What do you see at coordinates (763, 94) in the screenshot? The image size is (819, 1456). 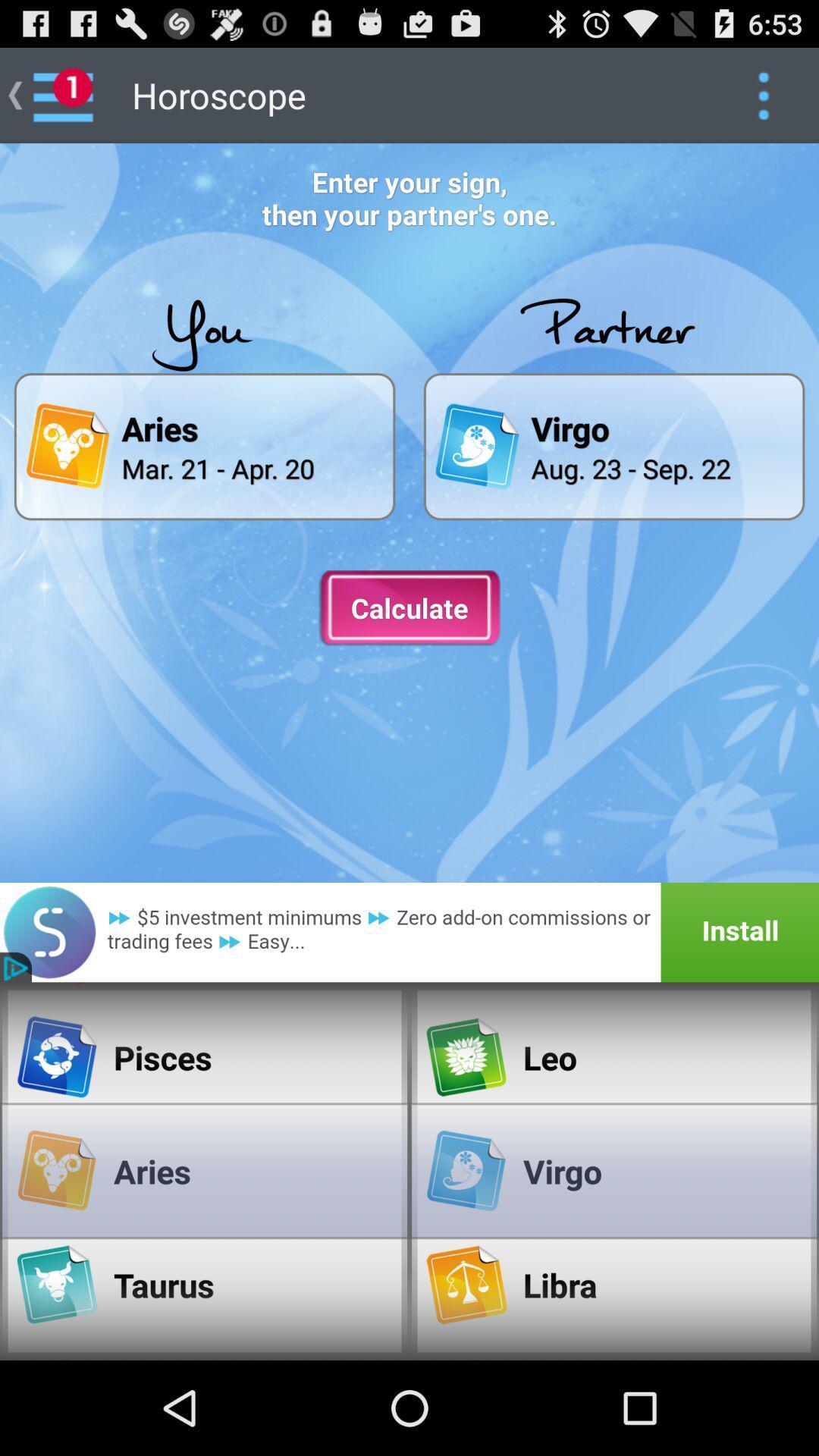 I see `adjust settings` at bounding box center [763, 94].